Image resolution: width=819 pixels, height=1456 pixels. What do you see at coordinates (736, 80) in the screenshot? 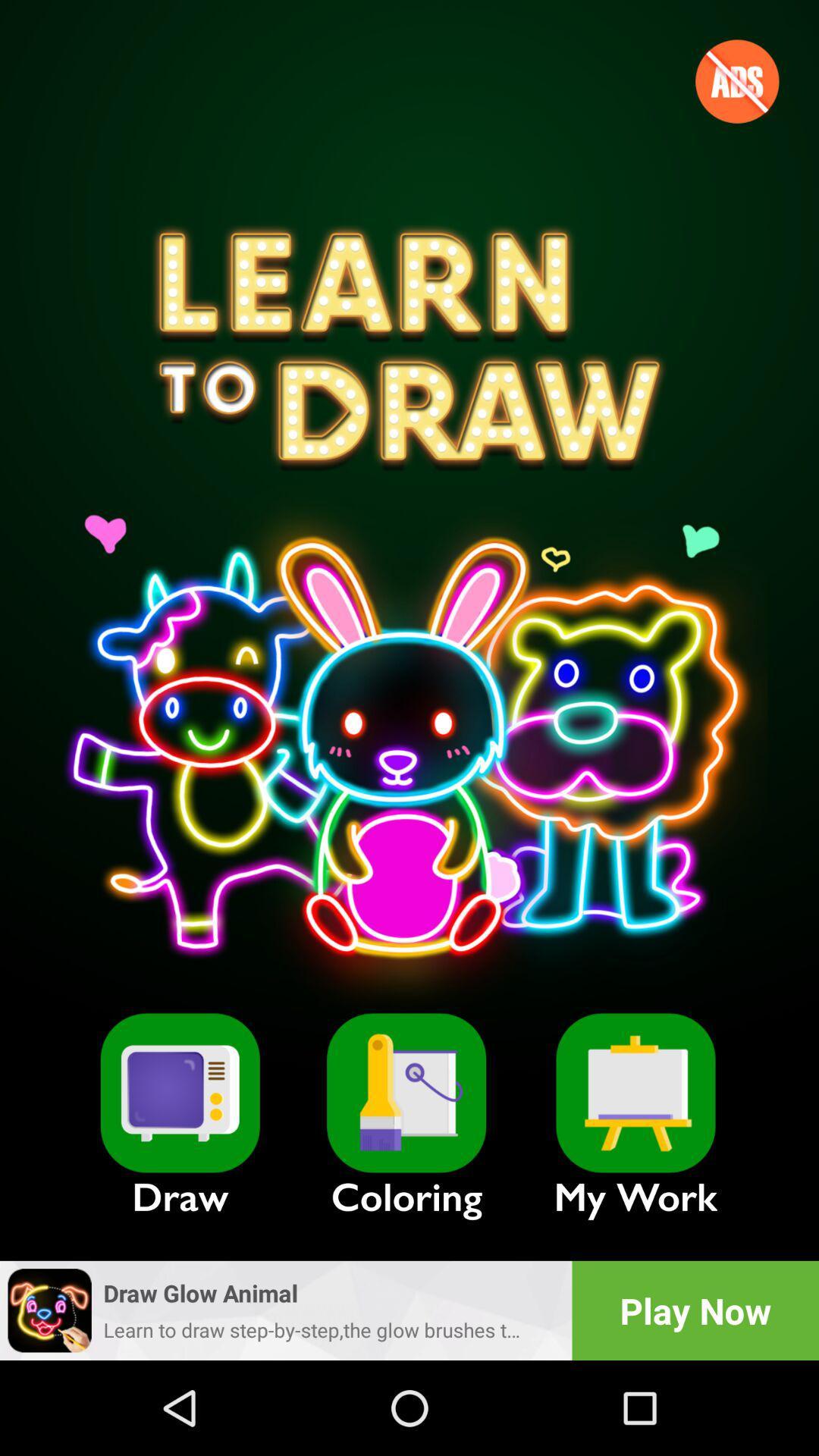
I see `turn off advertisements` at bounding box center [736, 80].